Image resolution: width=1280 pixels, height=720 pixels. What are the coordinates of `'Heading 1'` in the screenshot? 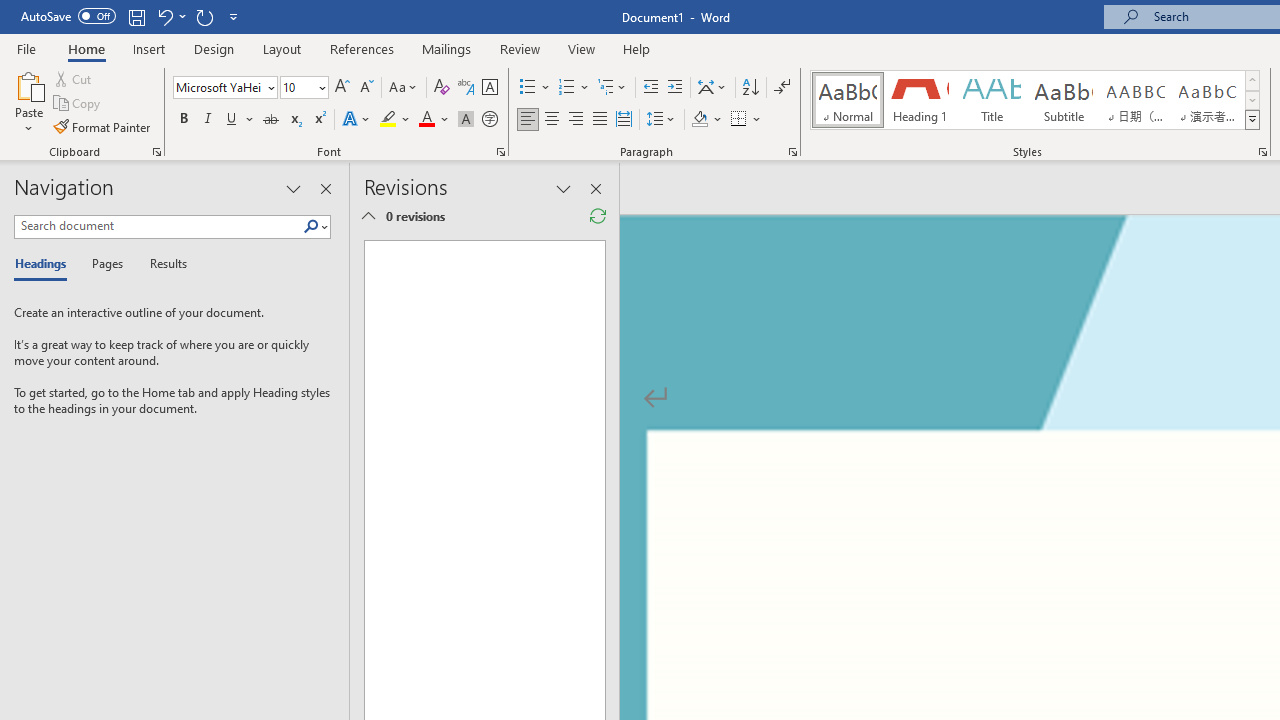 It's located at (919, 100).